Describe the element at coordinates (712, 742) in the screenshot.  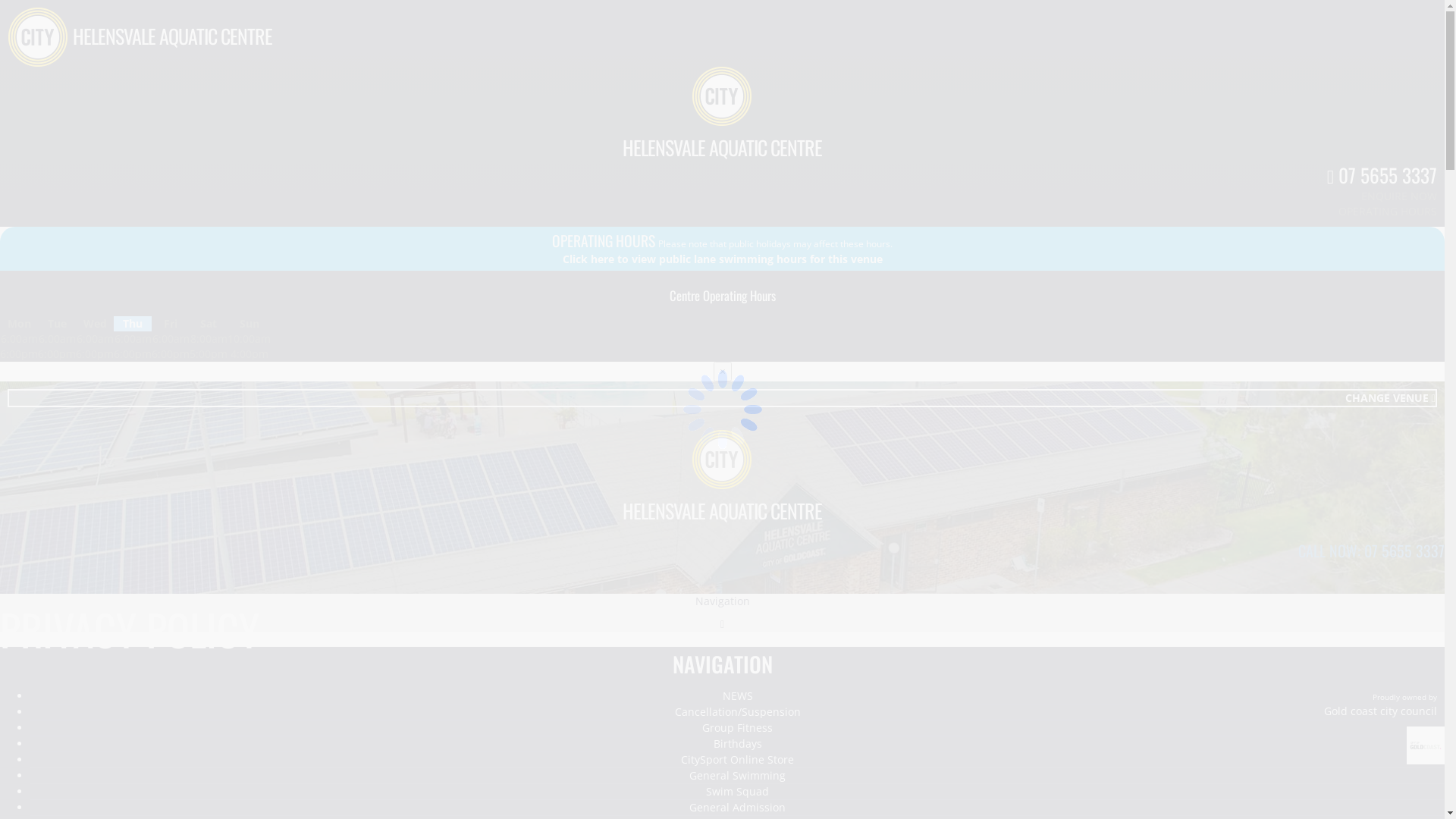
I see `'Birthdays'` at that location.